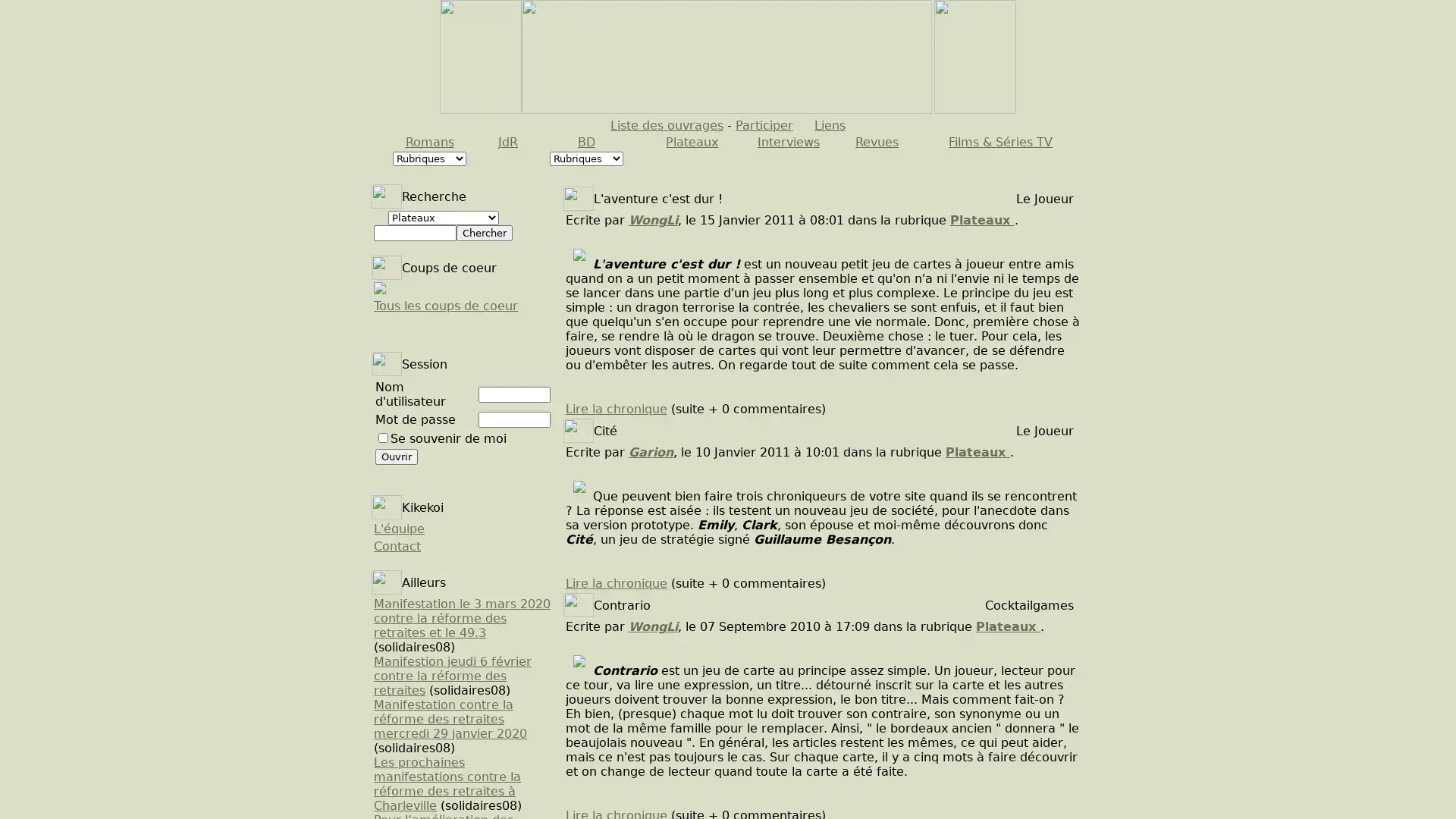 The image size is (1456, 819). I want to click on Ouvrir, so click(397, 456).